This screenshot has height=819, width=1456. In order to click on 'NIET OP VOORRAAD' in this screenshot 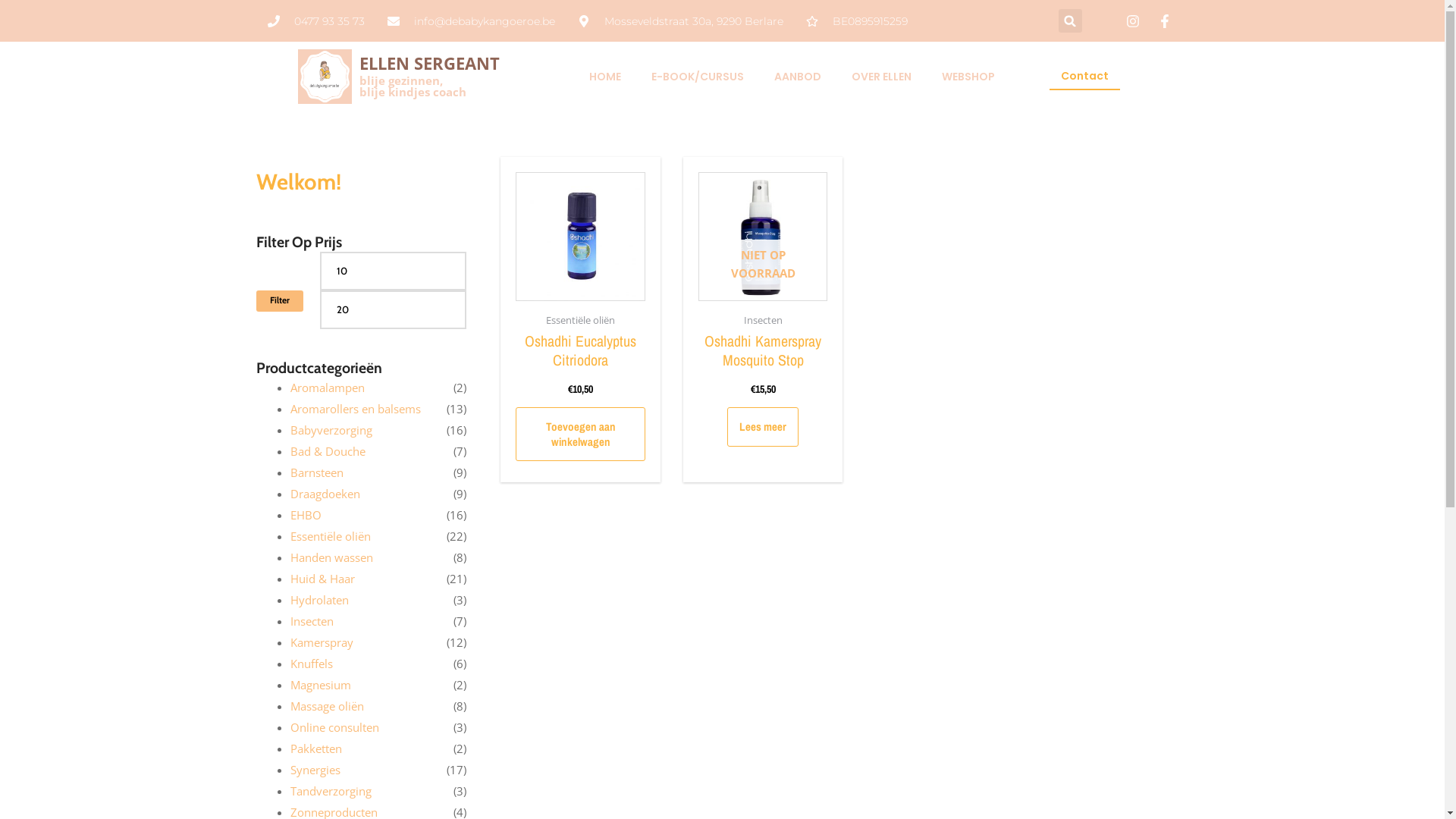, I will do `click(763, 237)`.